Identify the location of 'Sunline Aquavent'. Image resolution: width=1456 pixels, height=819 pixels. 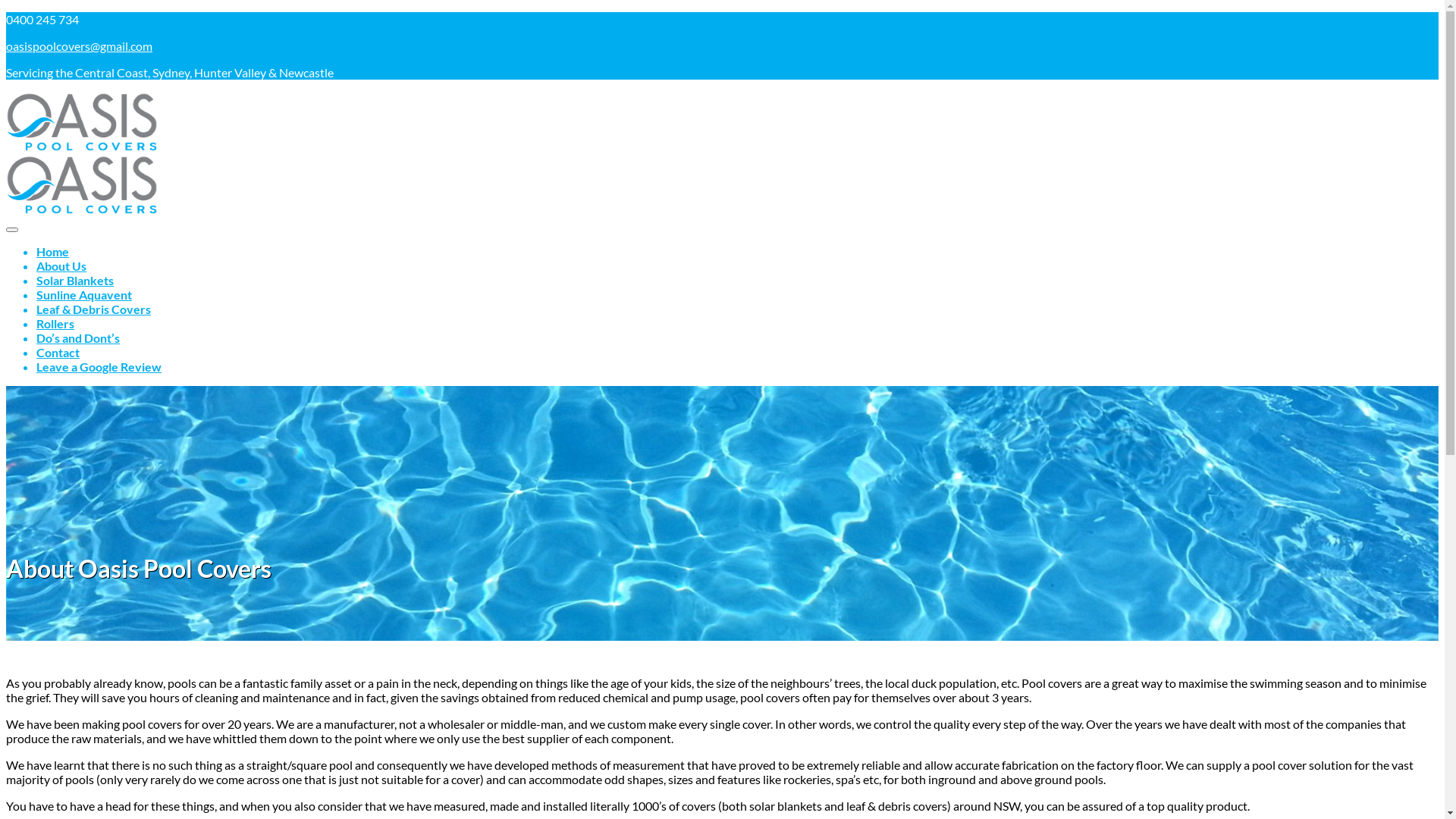
(83, 294).